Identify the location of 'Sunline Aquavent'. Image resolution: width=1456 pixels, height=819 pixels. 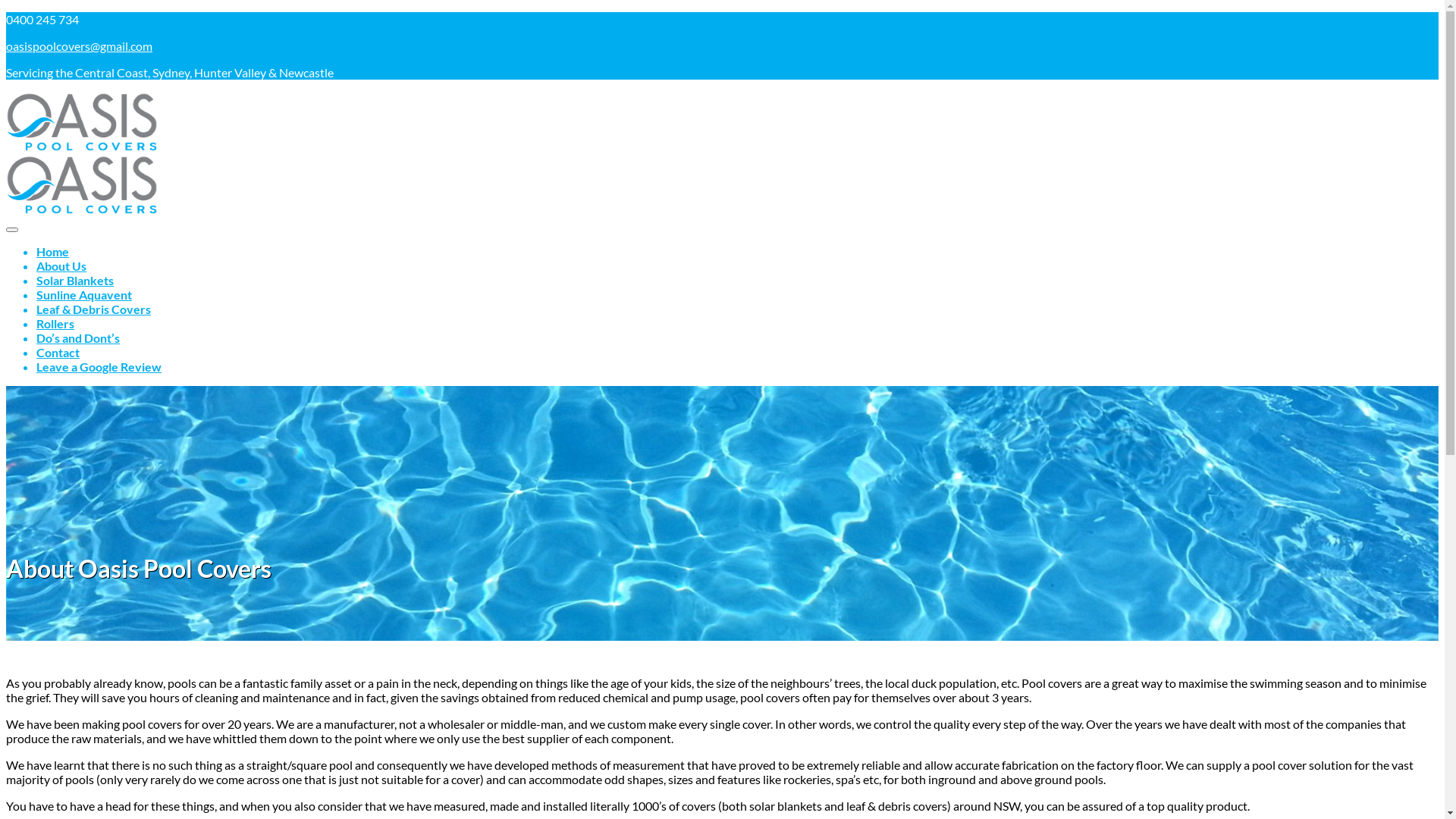
(83, 294).